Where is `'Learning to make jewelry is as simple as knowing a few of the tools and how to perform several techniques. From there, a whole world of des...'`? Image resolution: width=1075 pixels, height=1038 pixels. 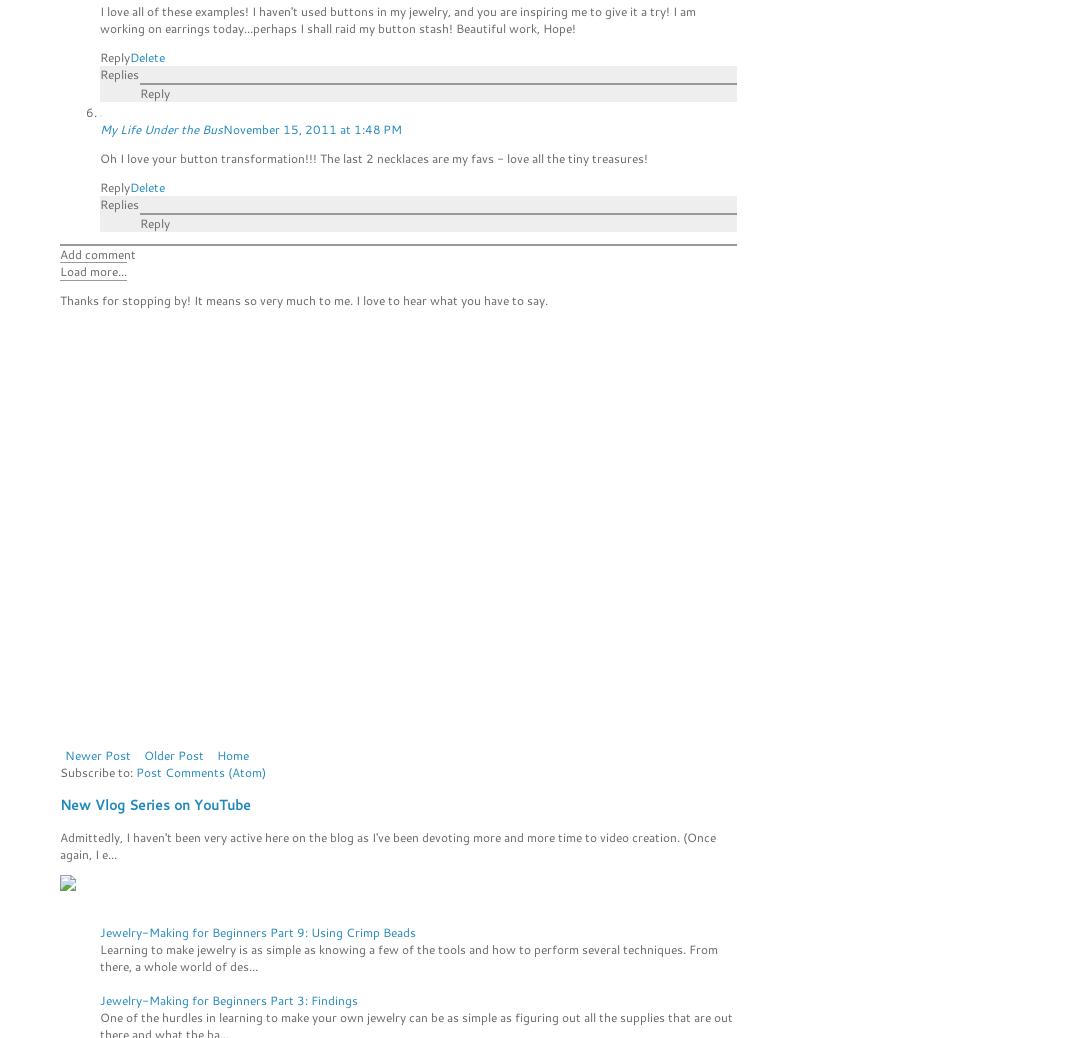
'Learning to make jewelry is as simple as knowing a few of the tools and how to perform several techniques. From there, a whole world of des...' is located at coordinates (408, 957).